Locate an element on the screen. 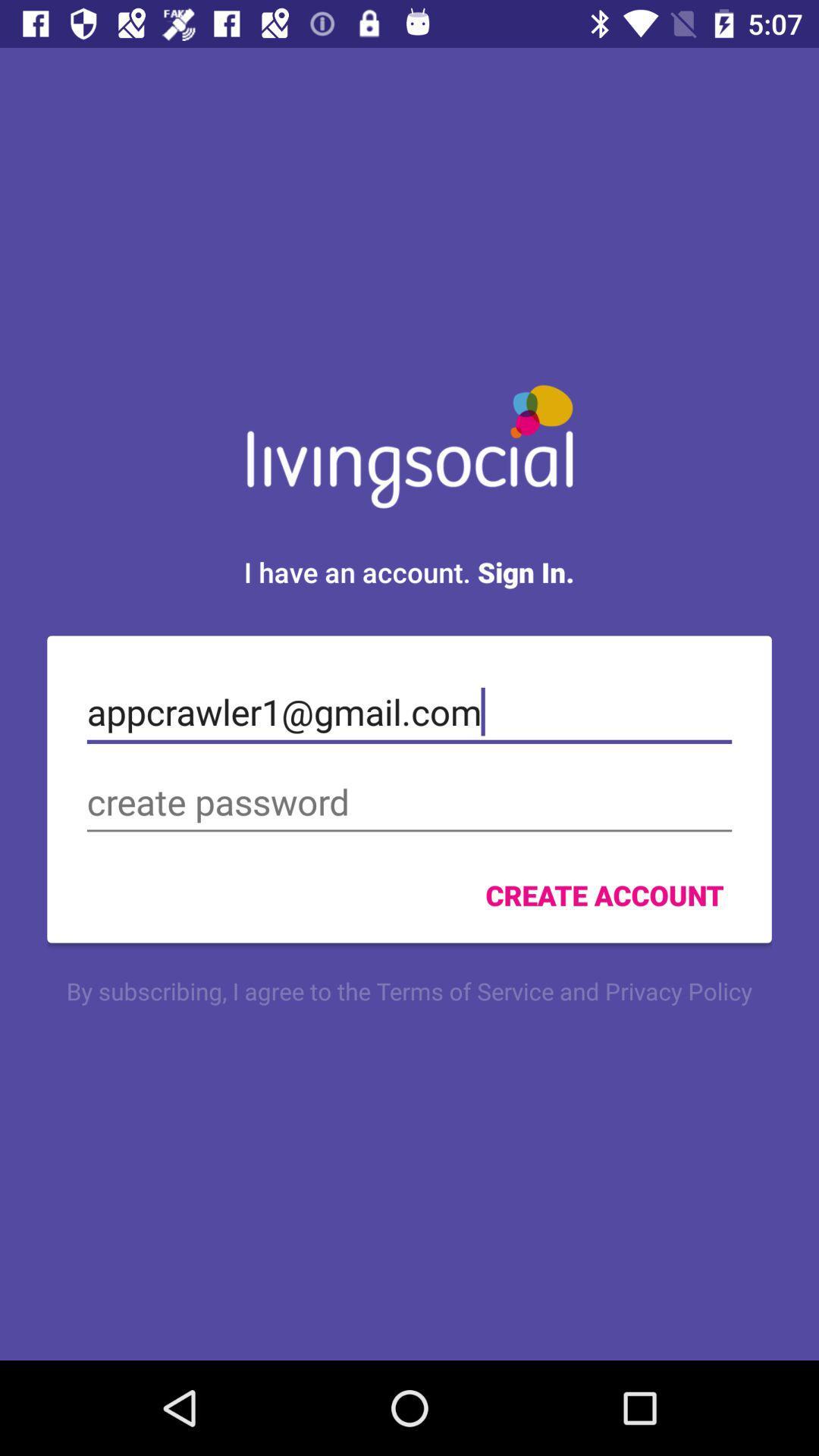 The width and height of the screenshot is (819, 1456). create account is located at coordinates (604, 895).